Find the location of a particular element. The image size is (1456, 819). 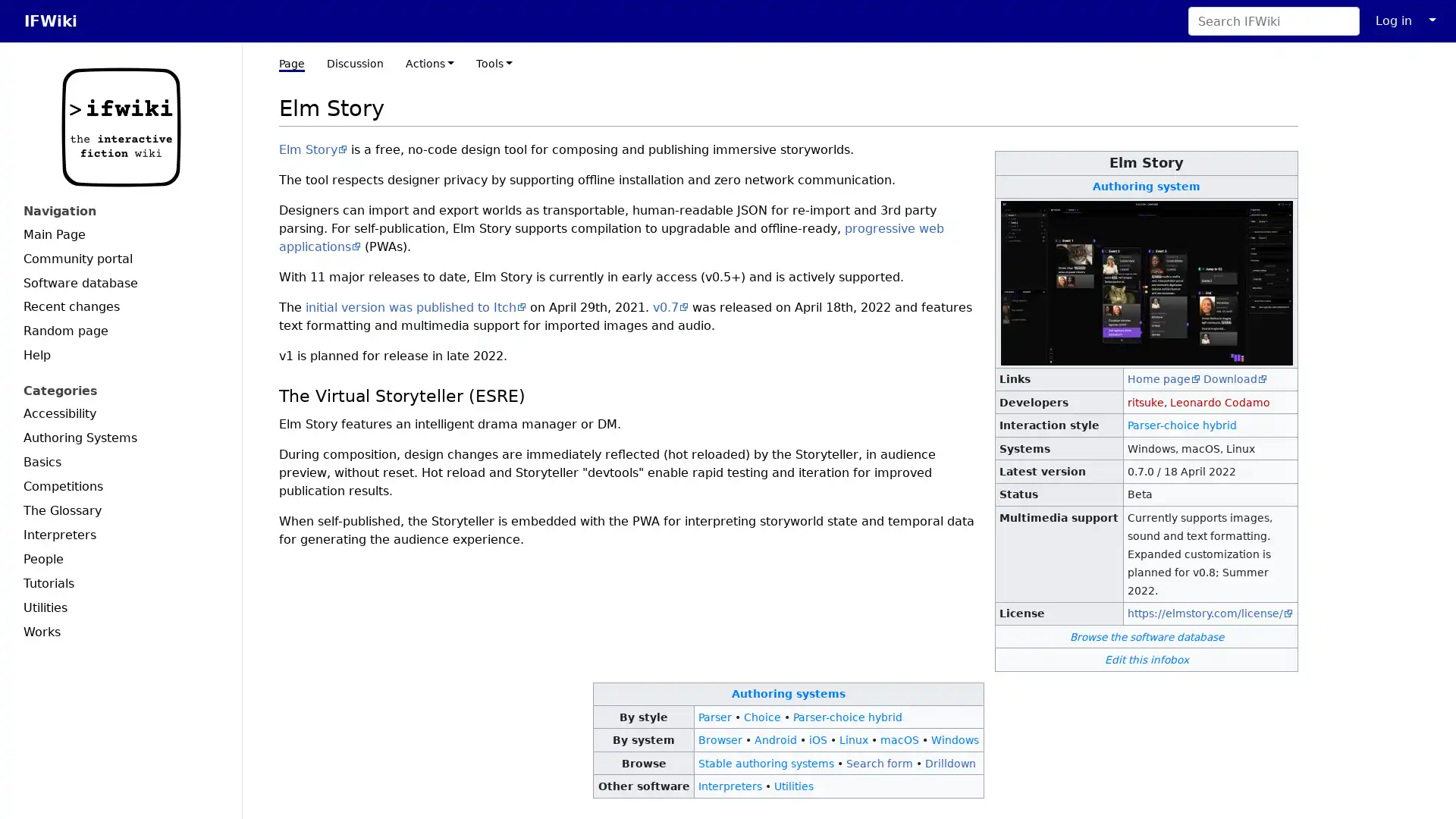

Log in is located at coordinates (1394, 20).